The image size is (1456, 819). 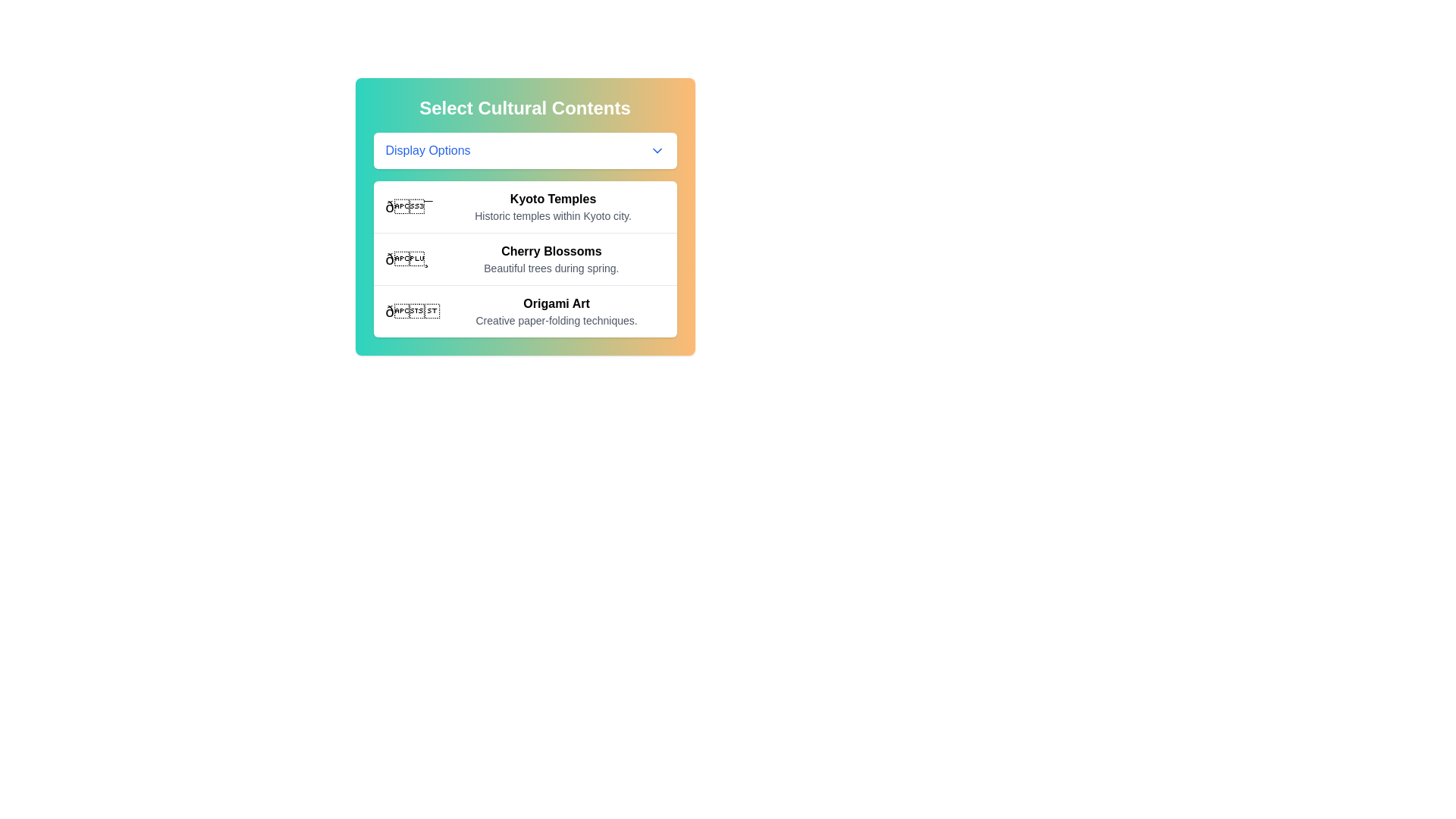 I want to click on the text label indicating 'Kyoto Temples', so click(x=552, y=198).